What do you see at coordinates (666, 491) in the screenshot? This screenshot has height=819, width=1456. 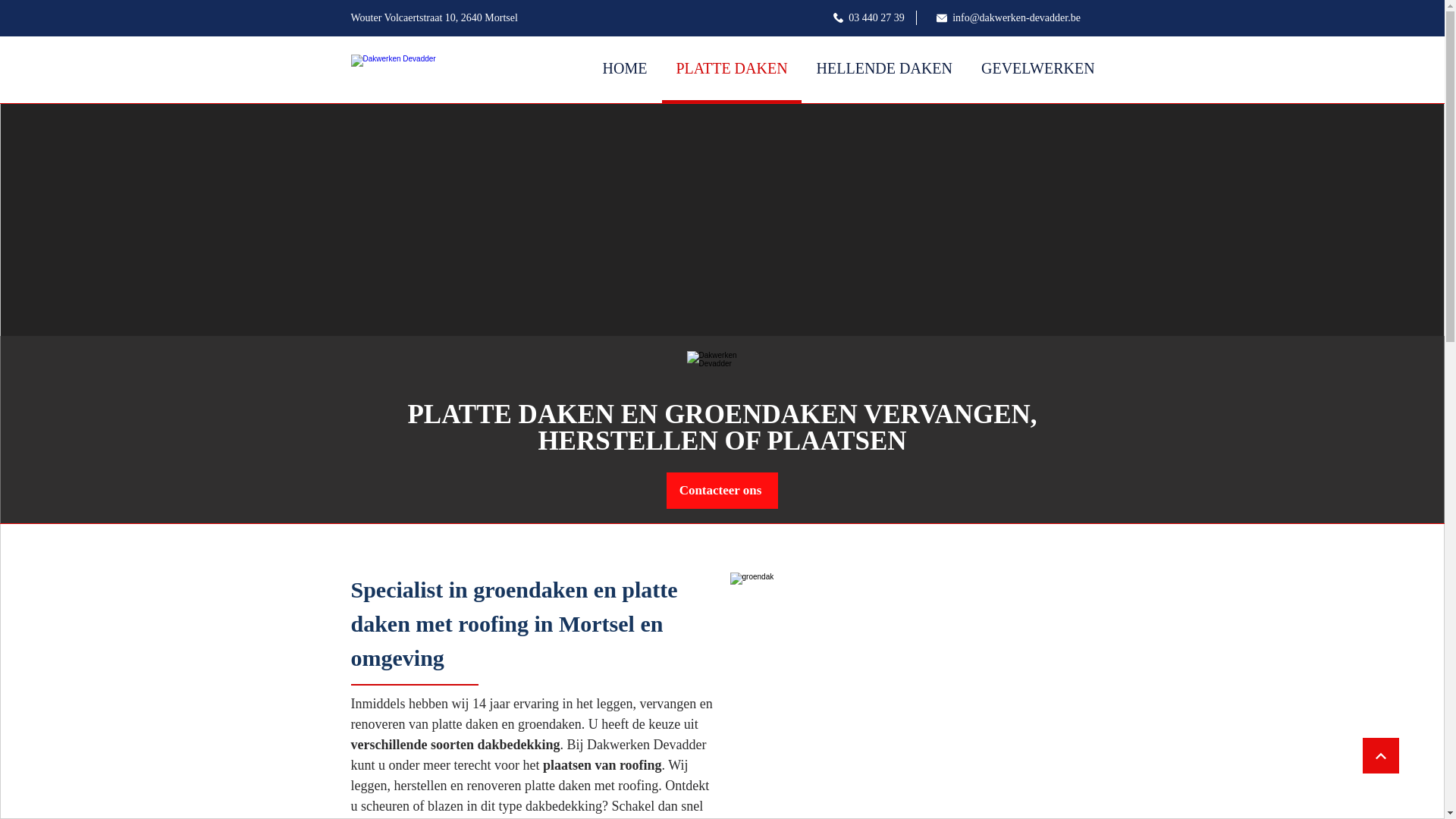 I see `'Contacteer ons'` at bounding box center [666, 491].